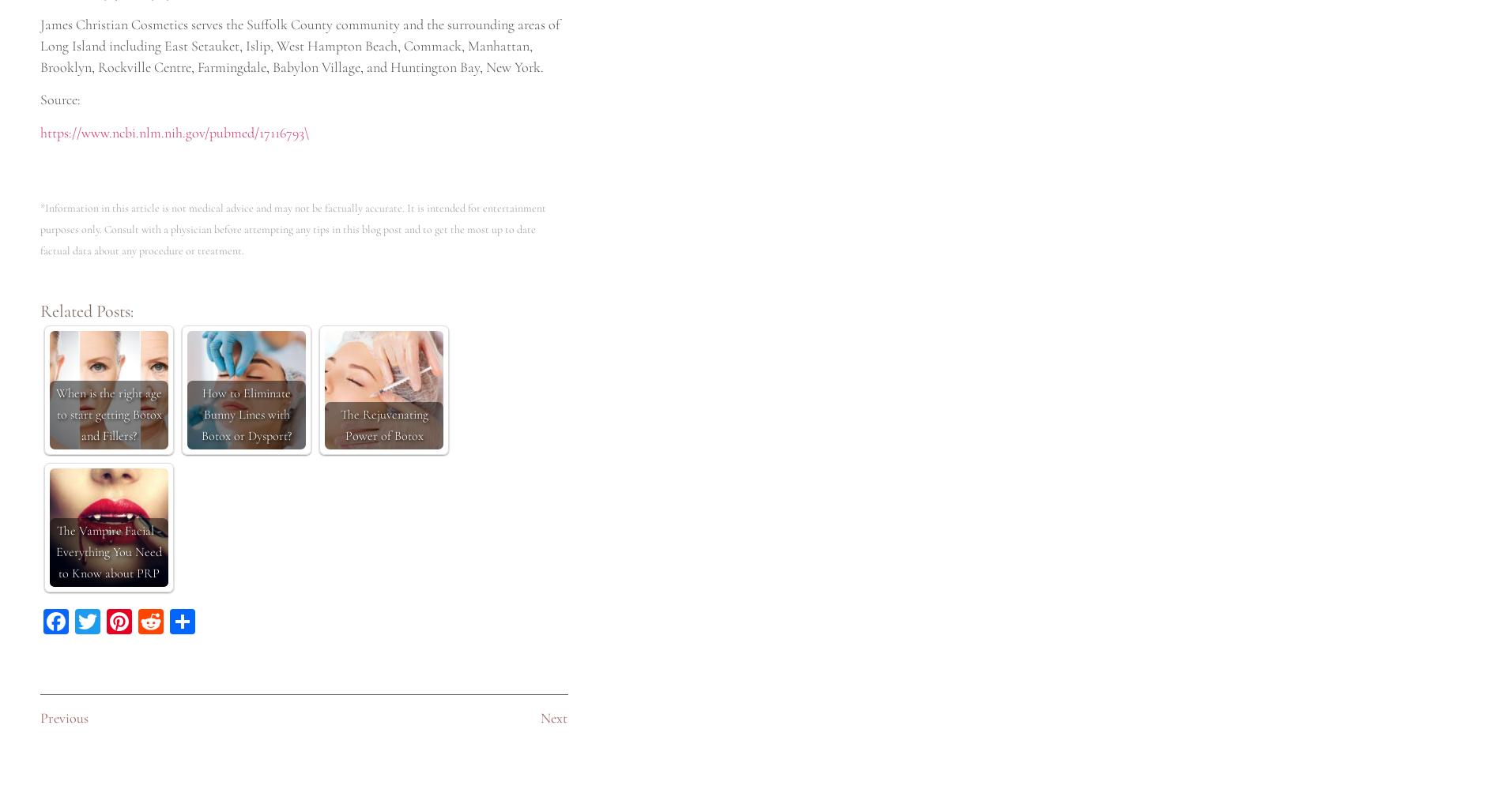 Image resolution: width=1508 pixels, height=812 pixels. I want to click on 'Previous', so click(63, 717).